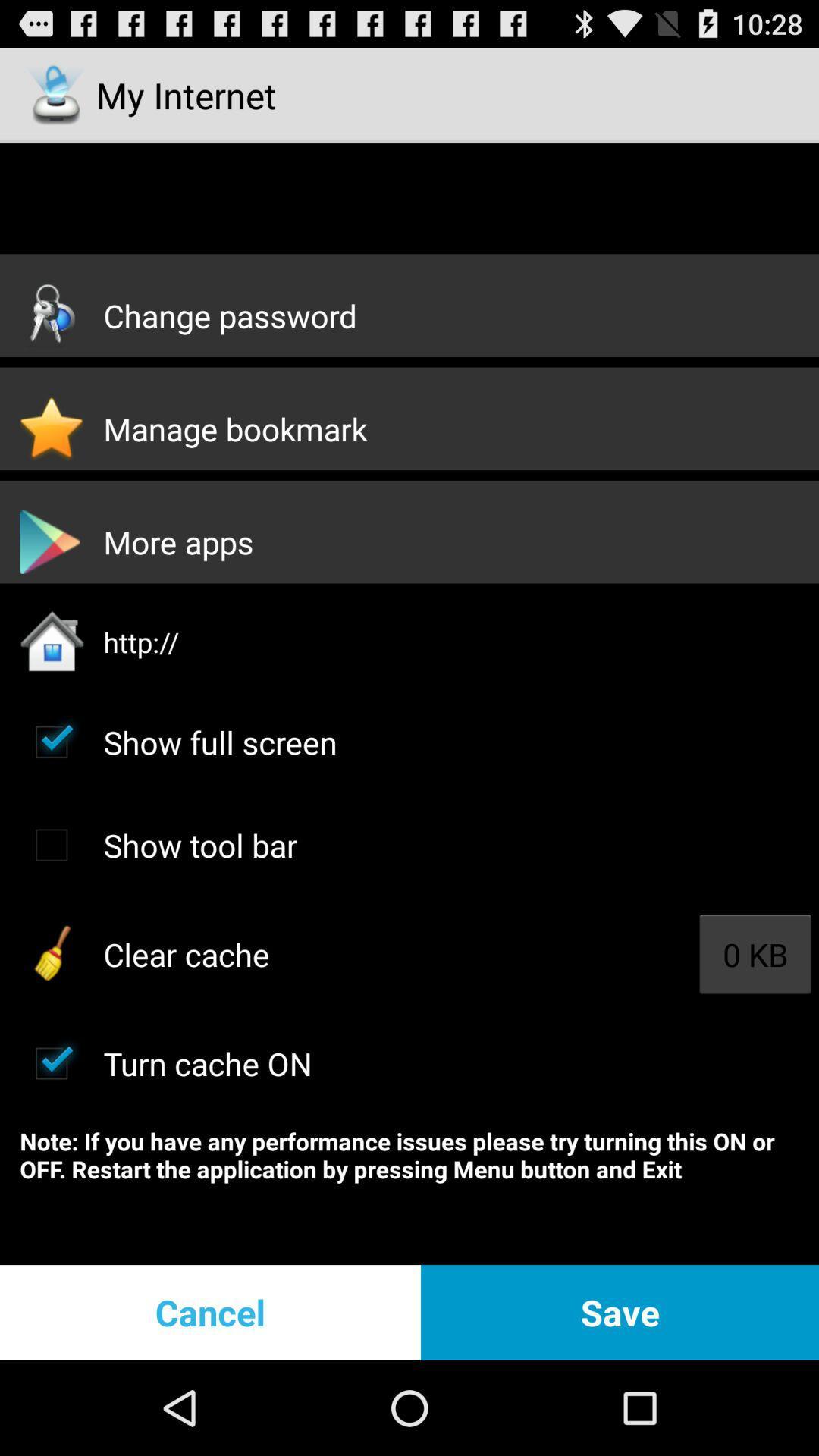  What do you see at coordinates (51, 1062) in the screenshot?
I see `turn on` at bounding box center [51, 1062].